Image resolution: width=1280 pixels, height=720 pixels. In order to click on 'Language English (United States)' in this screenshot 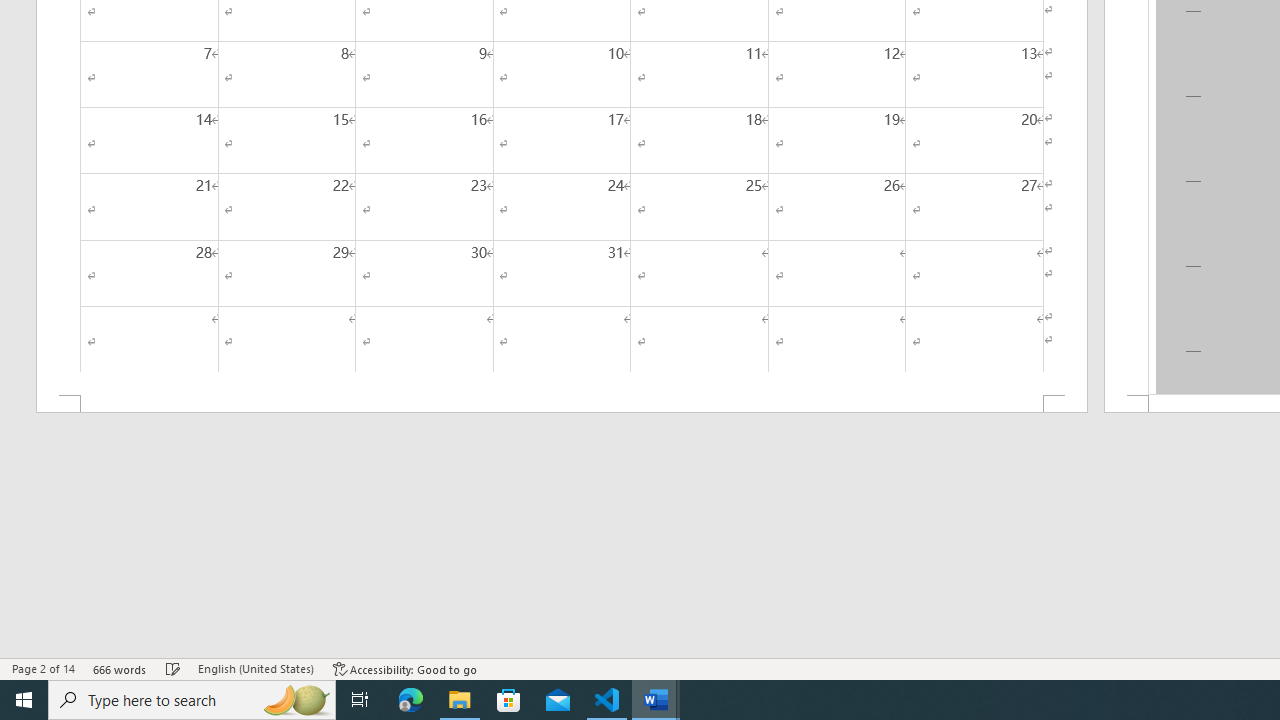, I will do `click(255, 669)`.